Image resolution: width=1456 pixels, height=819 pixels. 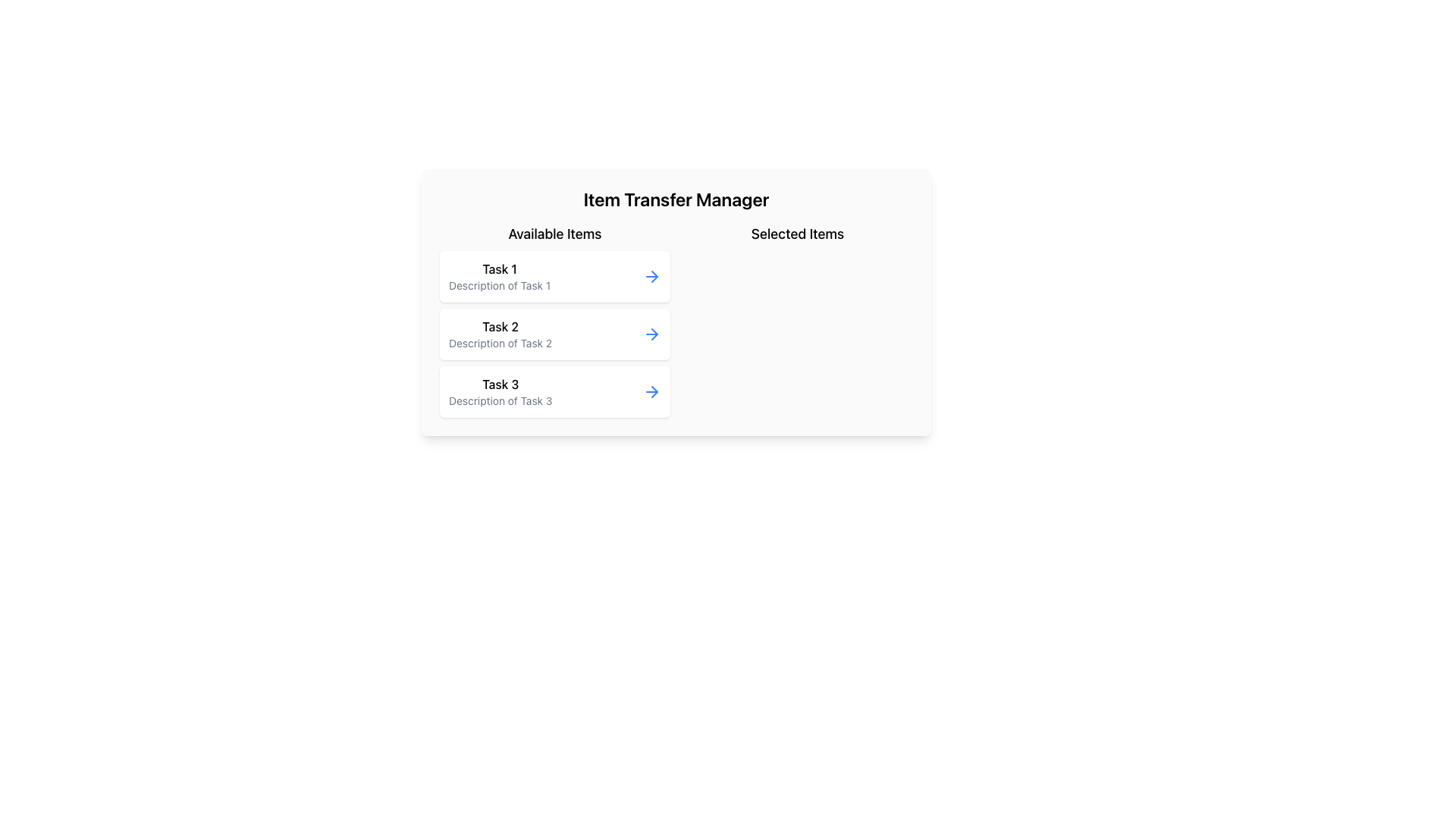 What do you see at coordinates (554, 234) in the screenshot?
I see `the Text Label that defines the section for available items, positioned above 'Task 1', 'Task 2', and 'Task 3'` at bounding box center [554, 234].